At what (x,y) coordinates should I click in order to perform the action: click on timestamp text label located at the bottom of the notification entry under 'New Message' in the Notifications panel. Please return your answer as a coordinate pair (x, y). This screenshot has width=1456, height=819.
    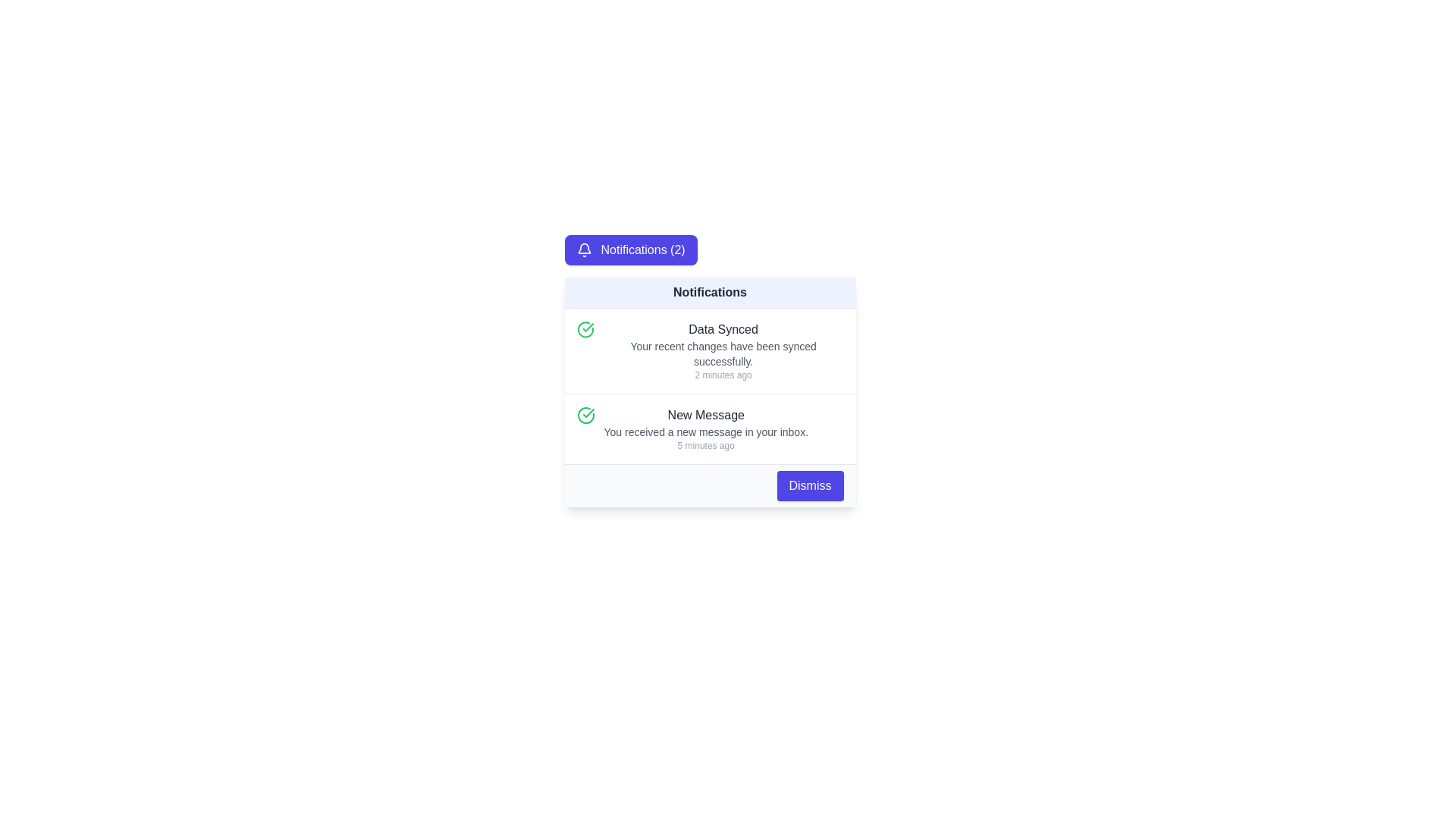
    Looking at the image, I should click on (705, 444).